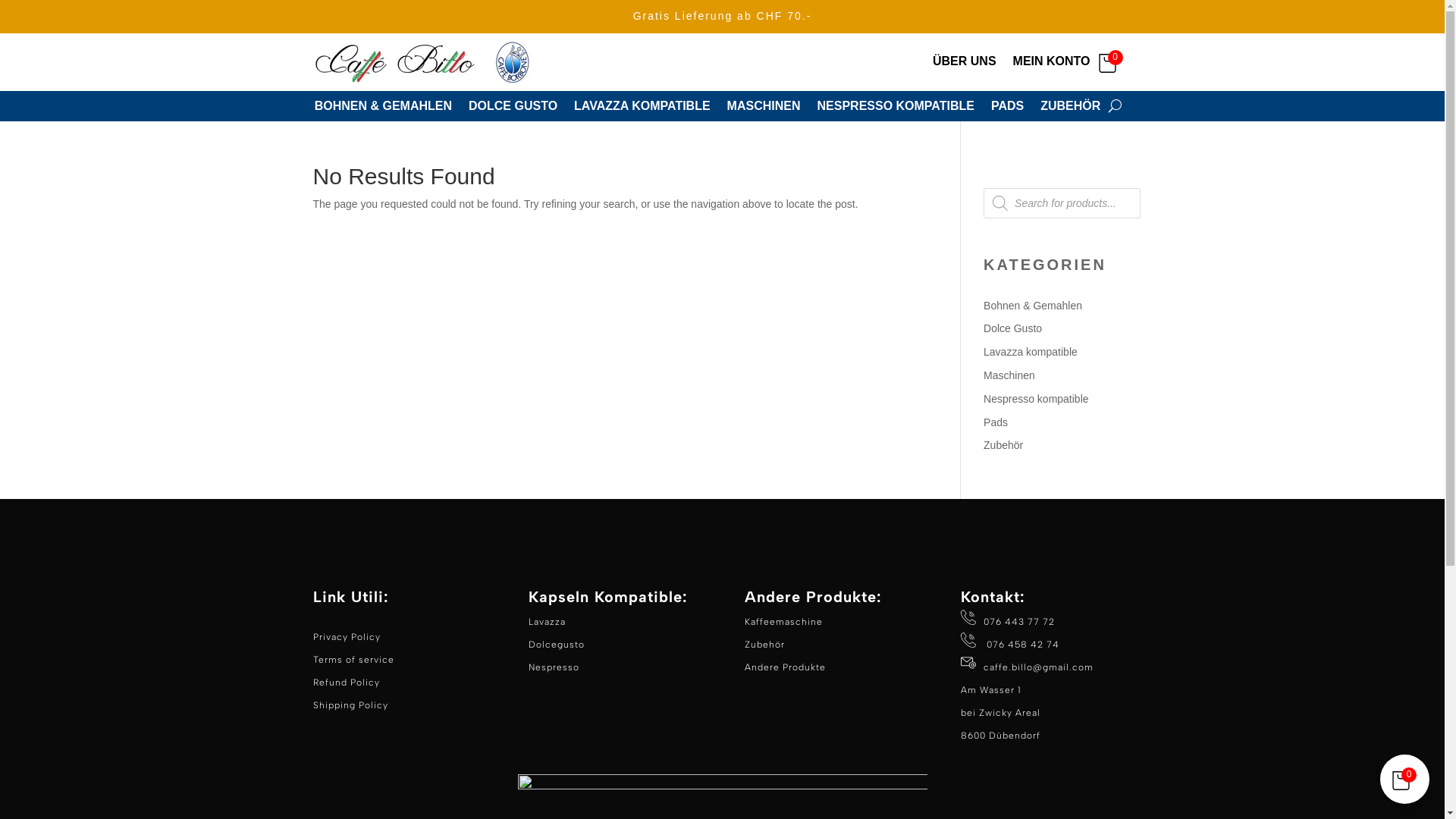 The width and height of the screenshot is (1456, 819). I want to click on 'Kaffeemaschine', so click(783, 622).